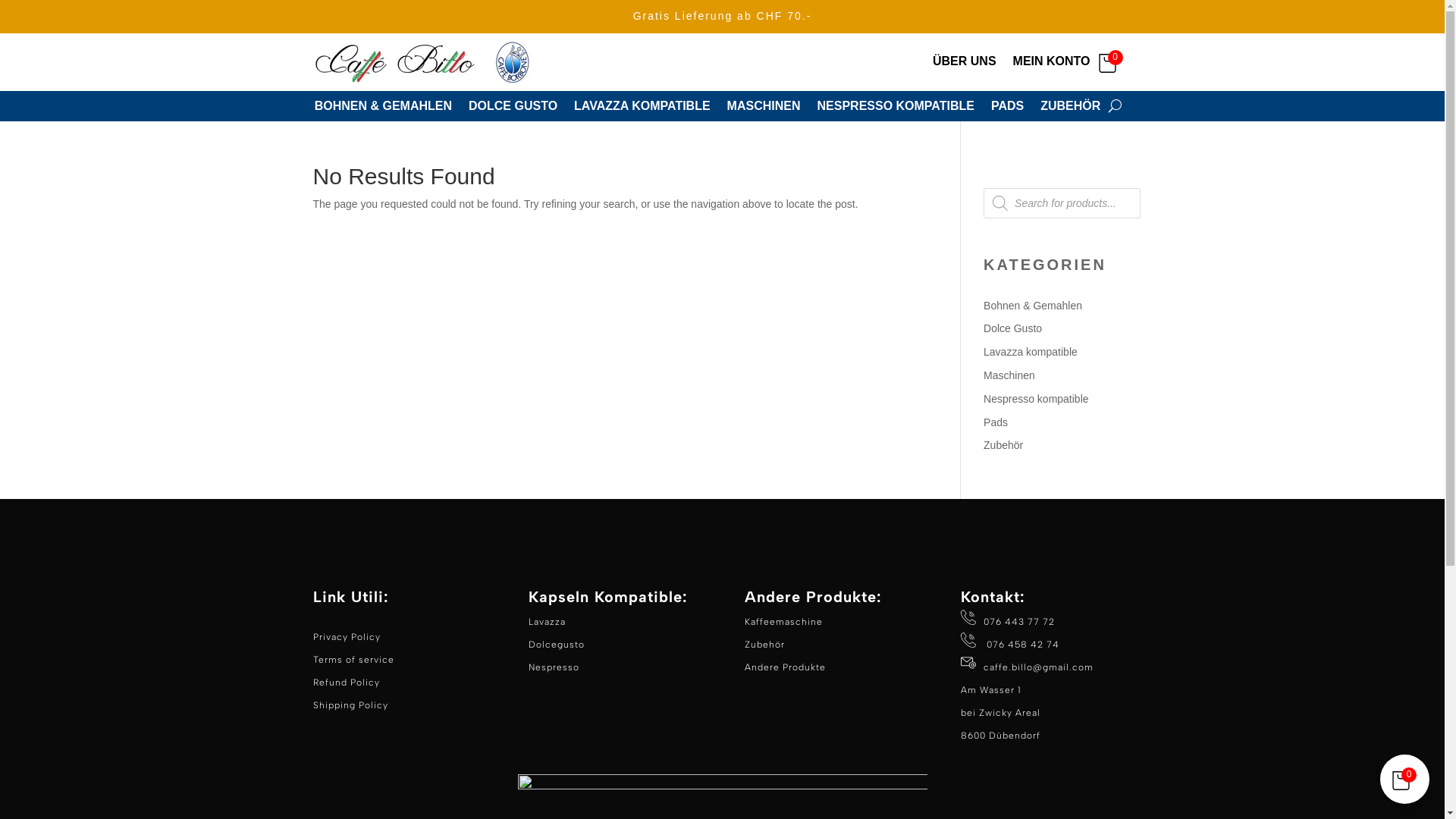 The width and height of the screenshot is (1456, 819). I want to click on 'Kaffeemaschine', so click(783, 622).